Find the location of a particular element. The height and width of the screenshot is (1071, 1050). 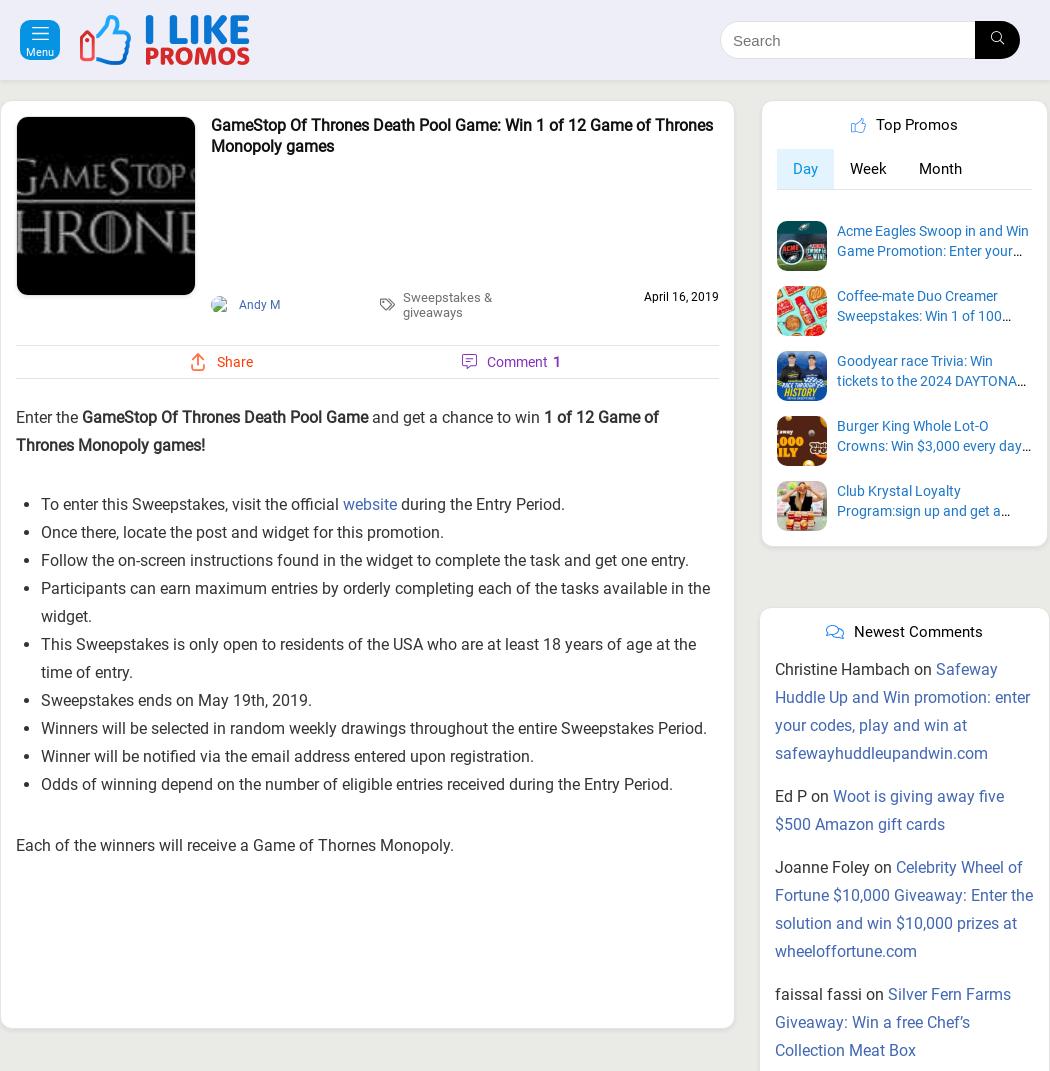

'Day' is located at coordinates (804, 58).